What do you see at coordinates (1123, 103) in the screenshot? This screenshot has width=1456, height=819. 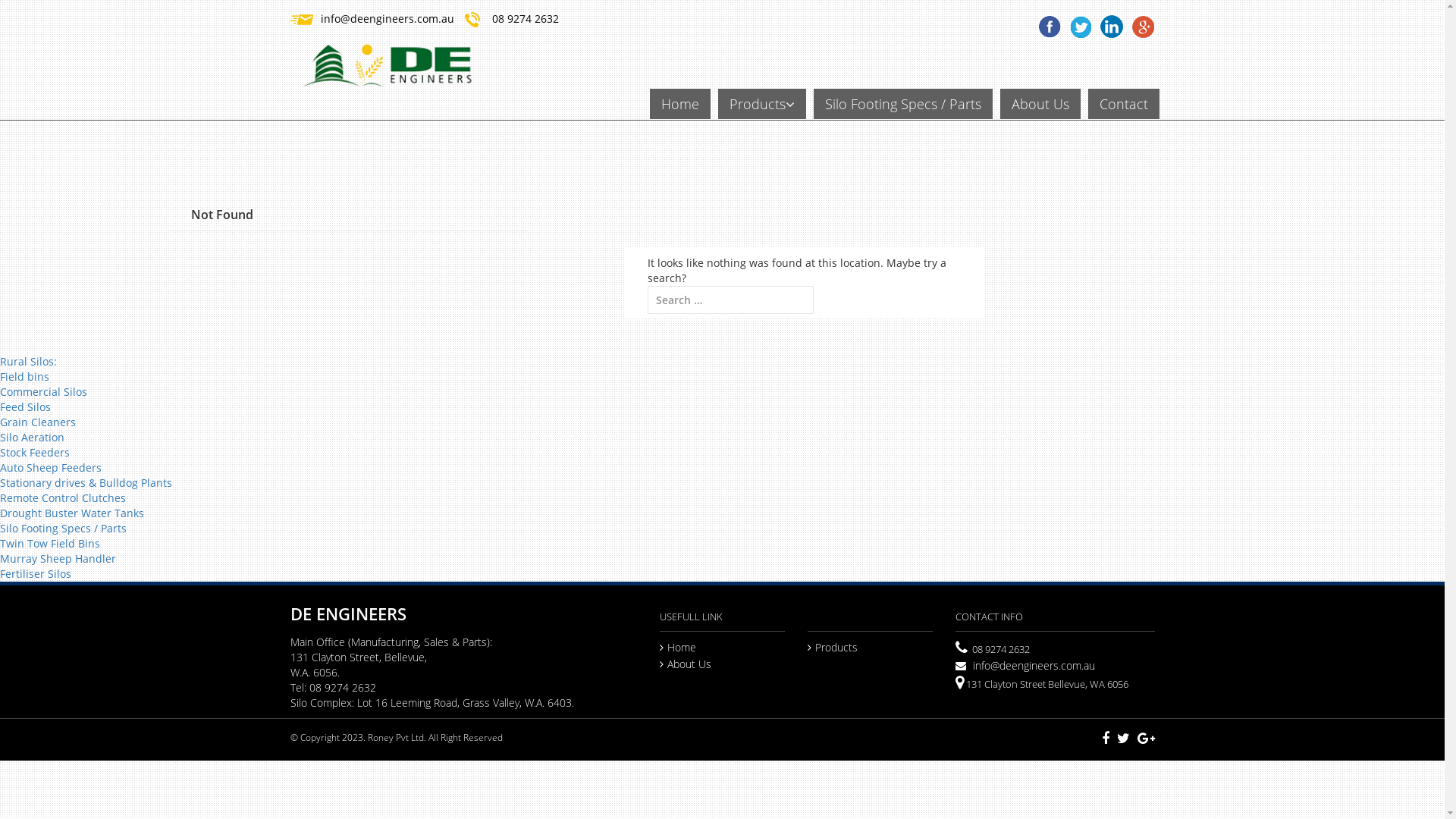 I see `'Contact'` at bounding box center [1123, 103].